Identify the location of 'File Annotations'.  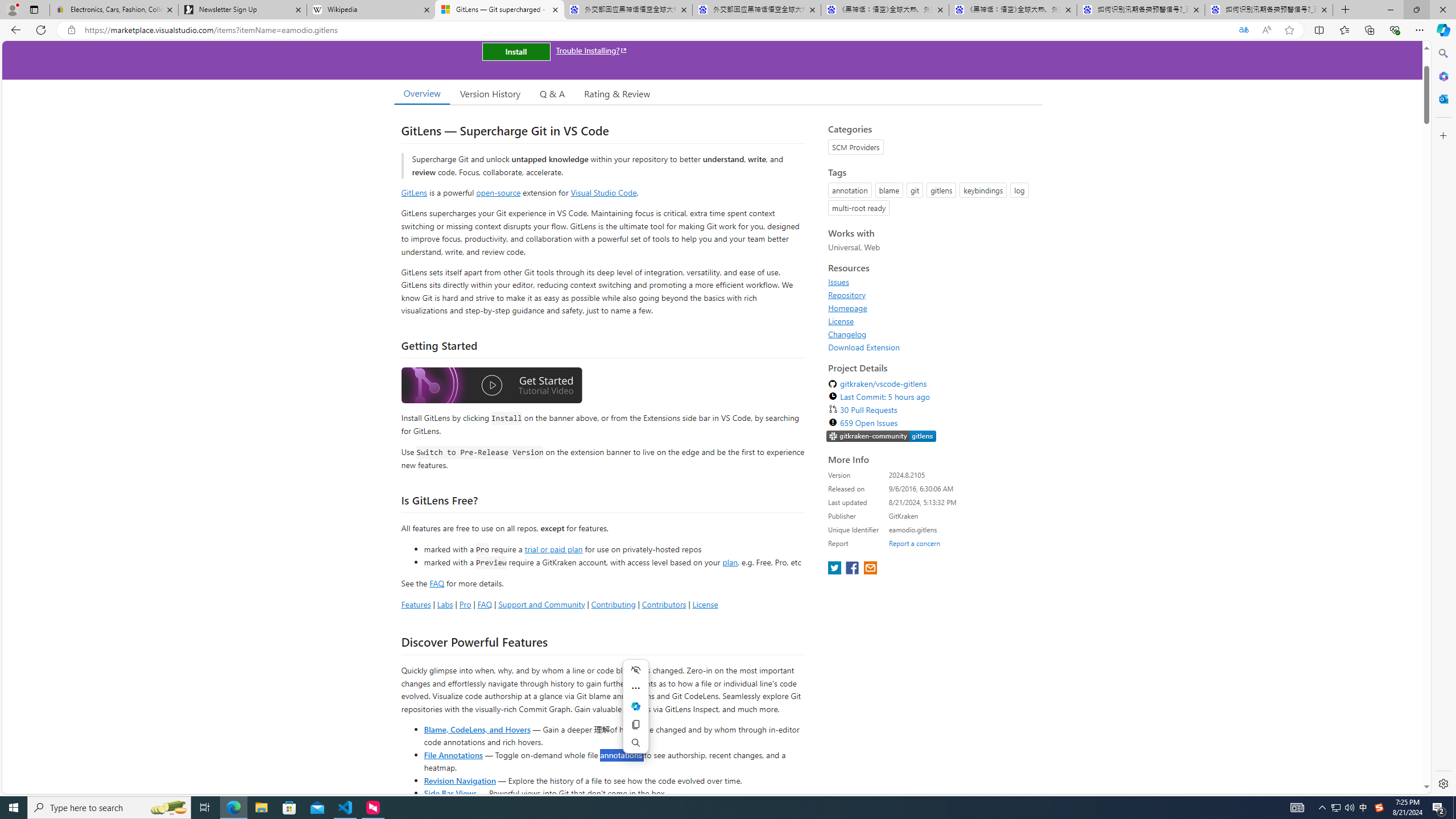
(453, 754).